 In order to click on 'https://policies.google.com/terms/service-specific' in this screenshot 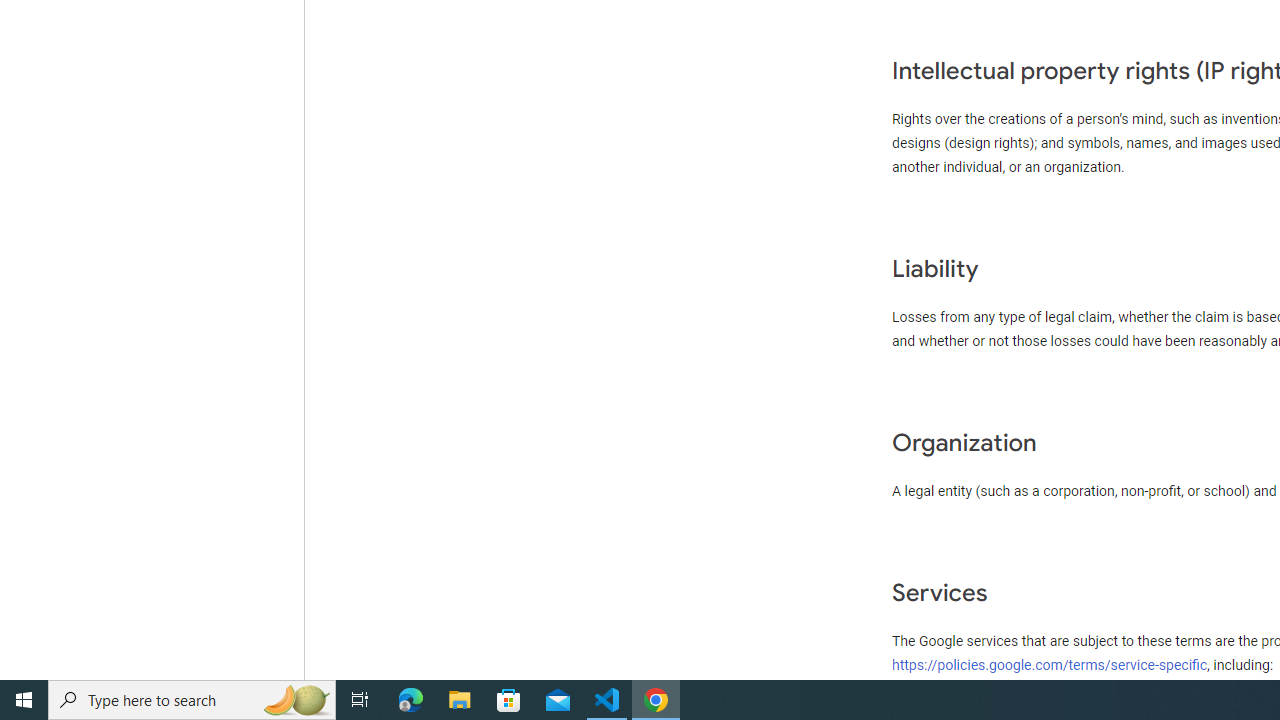, I will do `click(1049, 664)`.